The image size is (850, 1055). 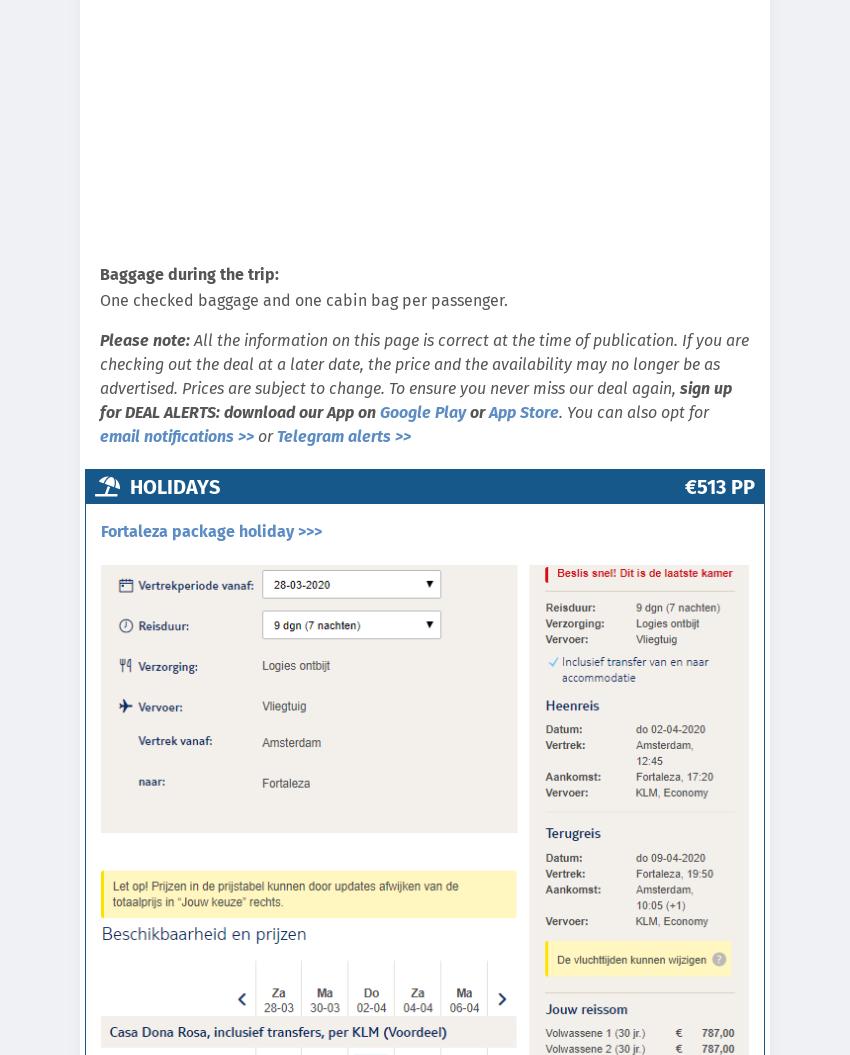 What do you see at coordinates (415, 400) in the screenshot?
I see `'sign up for DEAL ALERTS: download our App on'` at bounding box center [415, 400].